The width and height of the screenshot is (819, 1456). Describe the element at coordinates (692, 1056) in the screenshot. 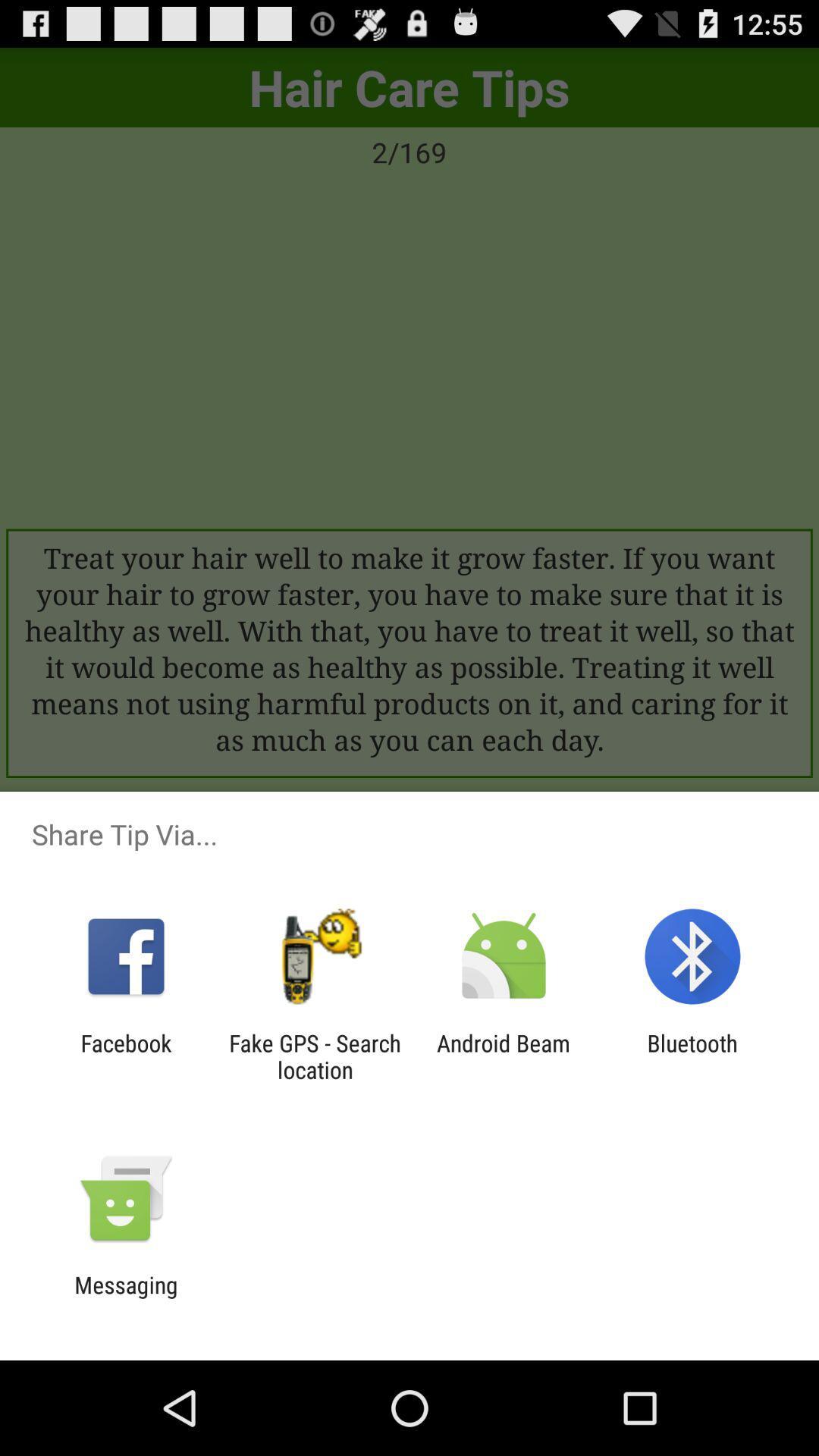

I see `the bluetooth at the bottom right corner` at that location.